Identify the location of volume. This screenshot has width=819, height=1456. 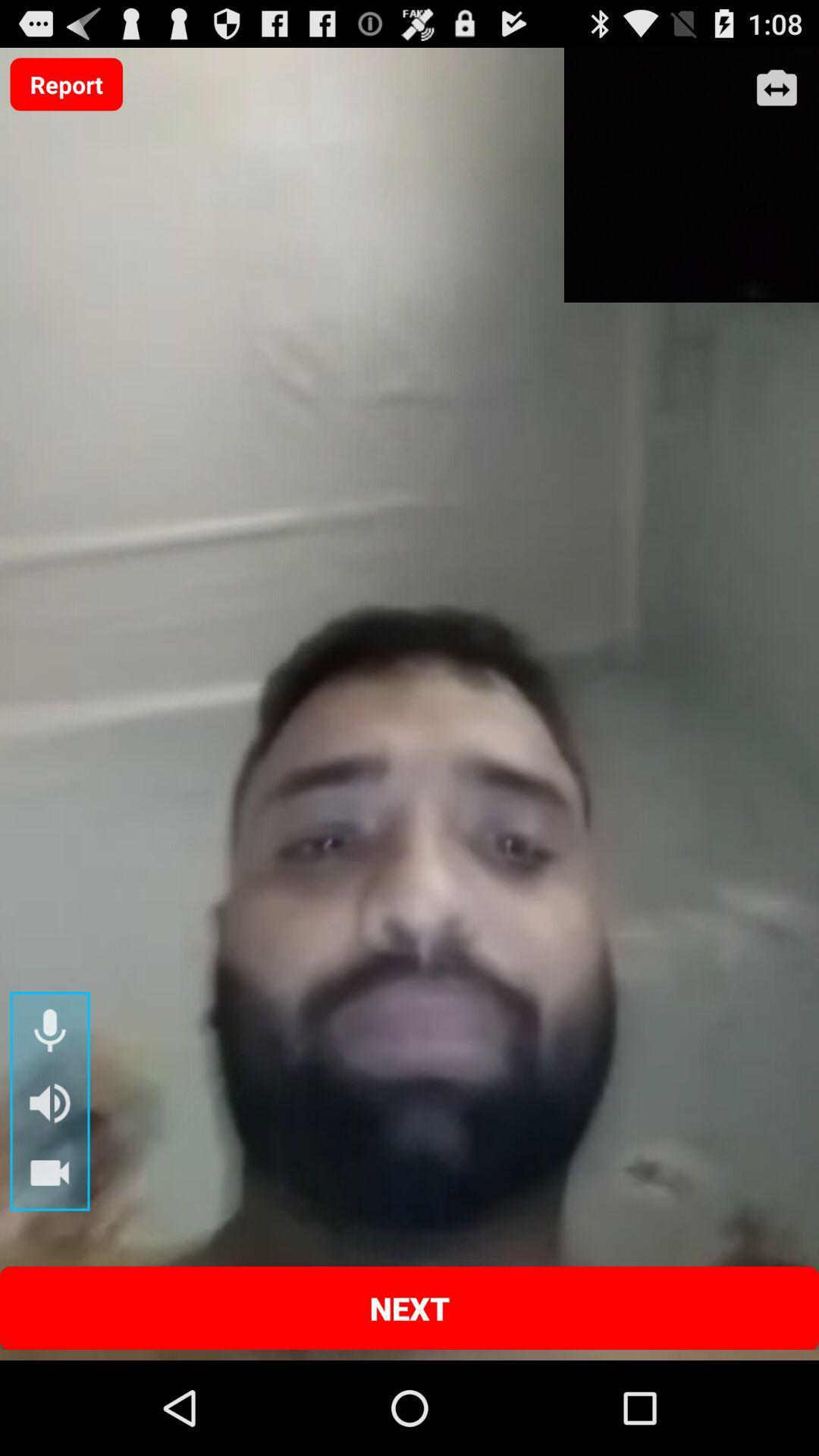
(49, 1103).